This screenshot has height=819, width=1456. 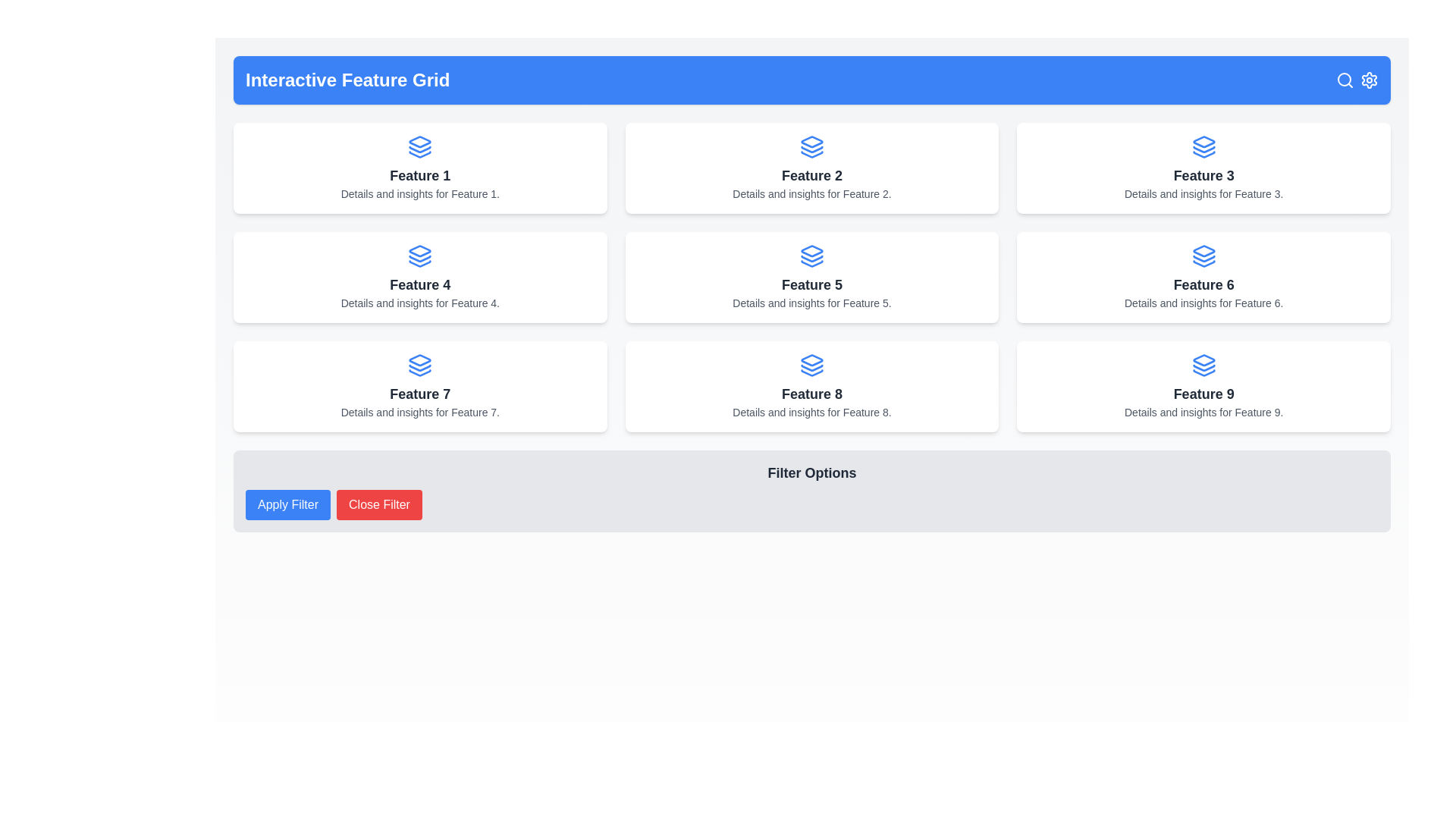 What do you see at coordinates (811, 303) in the screenshot?
I see `the static text that reads 'Details and insights for Feature 5.' located in the second row and second column of the grid layout, positioned below the title and icon within the card labeled 'Feature 5'` at bounding box center [811, 303].